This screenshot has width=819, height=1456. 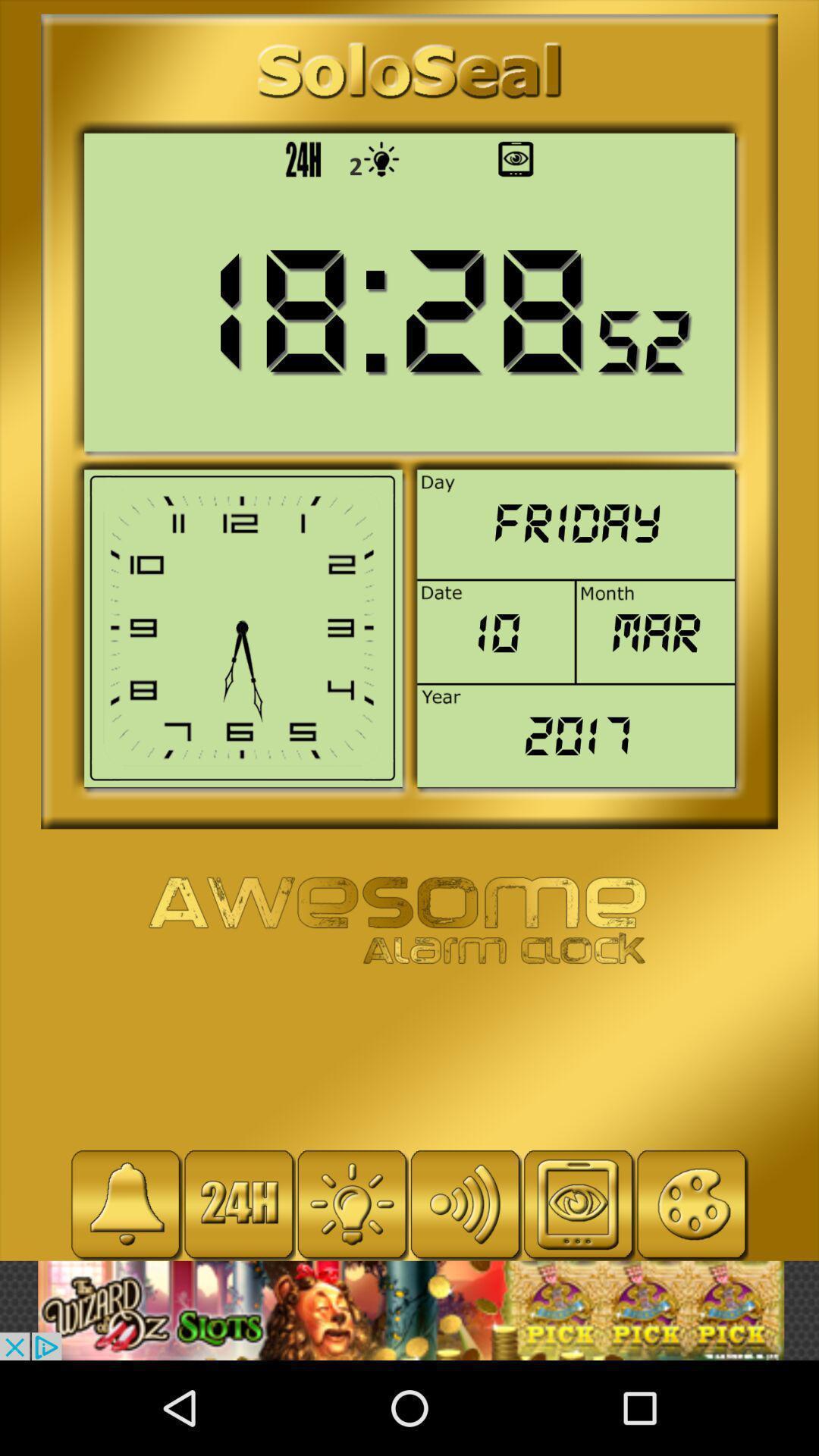 I want to click on alart puttern, so click(x=125, y=1203).